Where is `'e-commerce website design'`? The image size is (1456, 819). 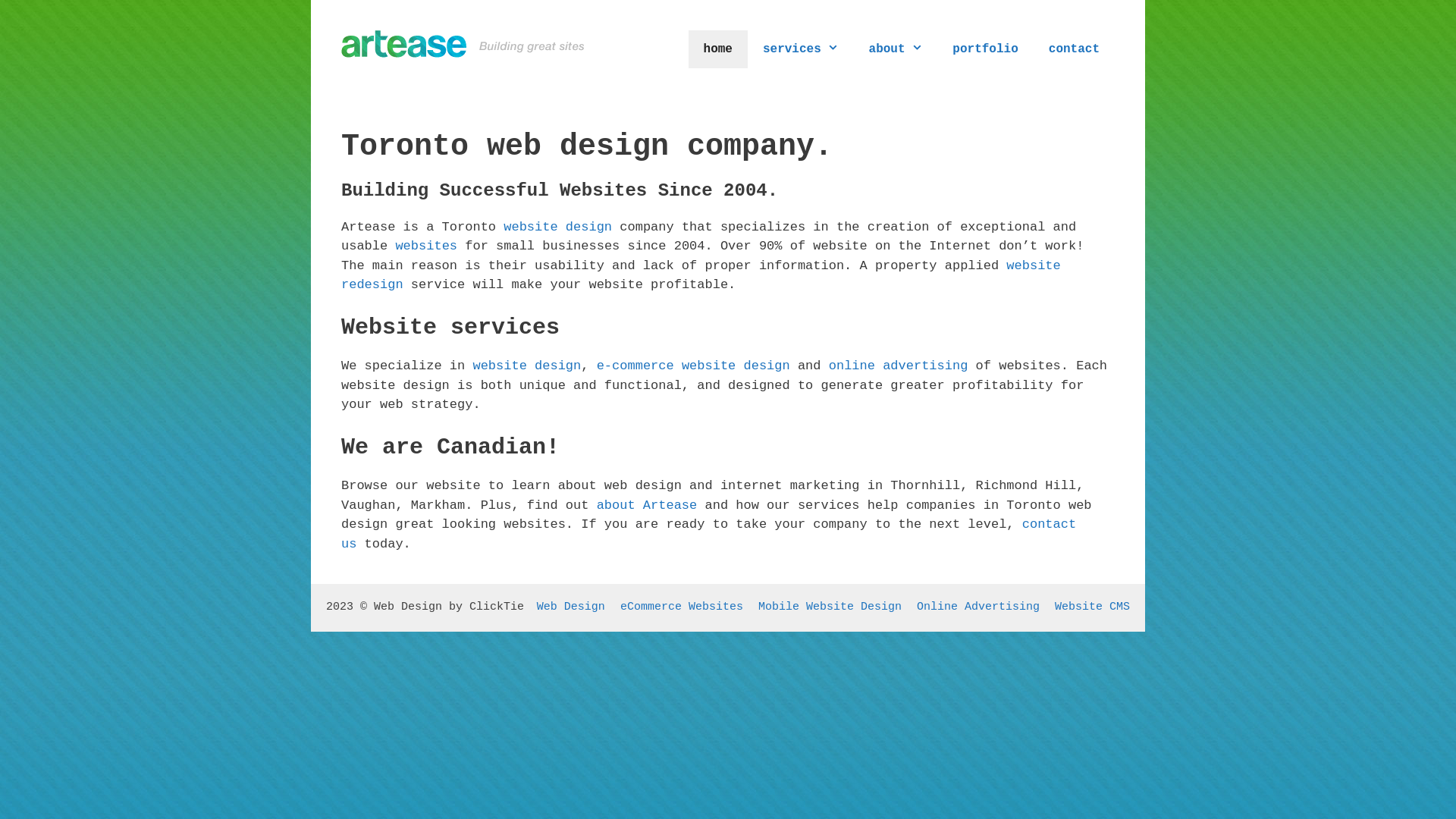
'e-commerce website design' is located at coordinates (596, 366).